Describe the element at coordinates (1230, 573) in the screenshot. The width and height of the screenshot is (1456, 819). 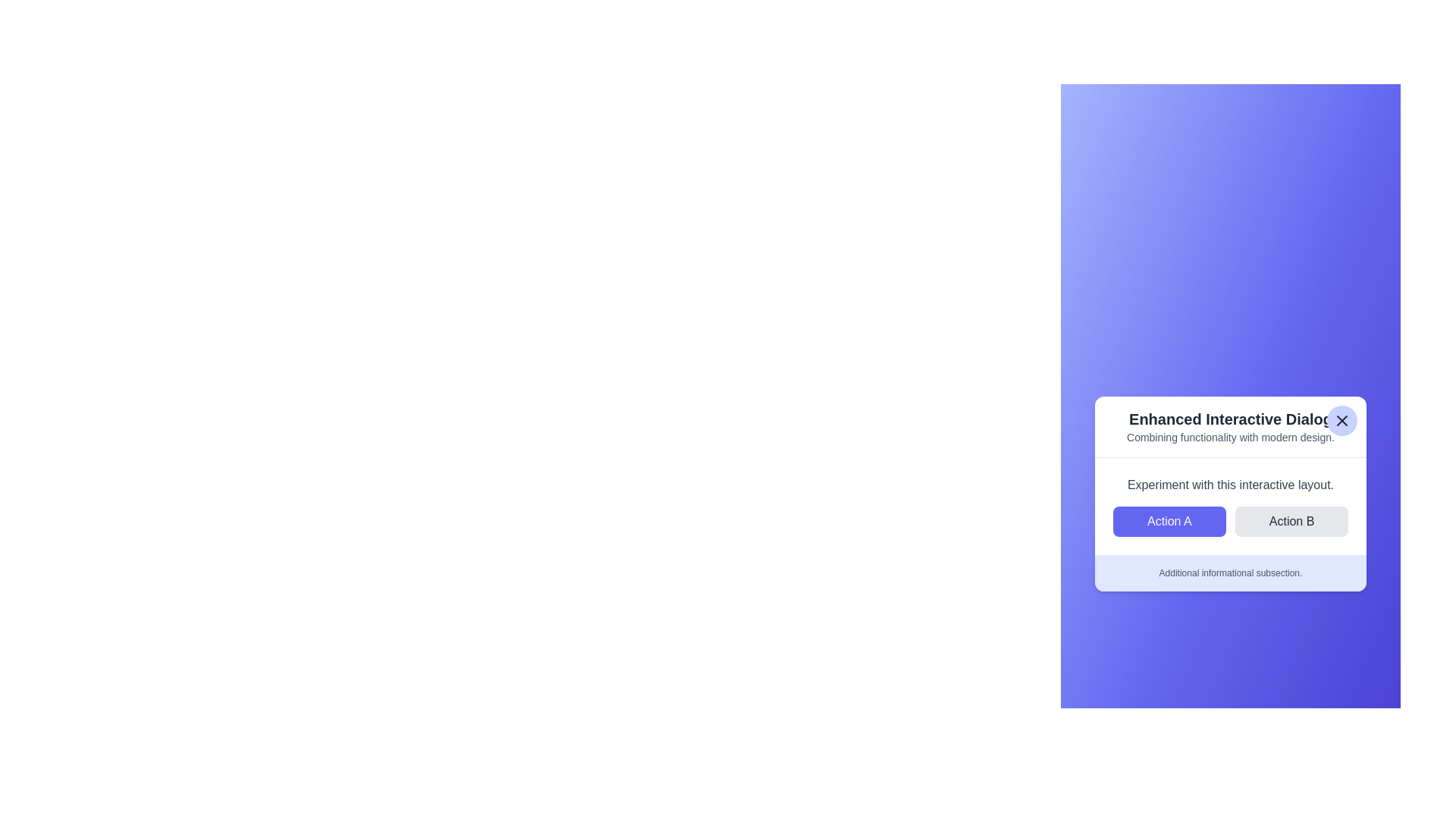
I see `the Informational text section located at the bottom of the main dialog box, which spans the full width beneath the buttons labeled 'Action A' and 'Action B.'` at that location.